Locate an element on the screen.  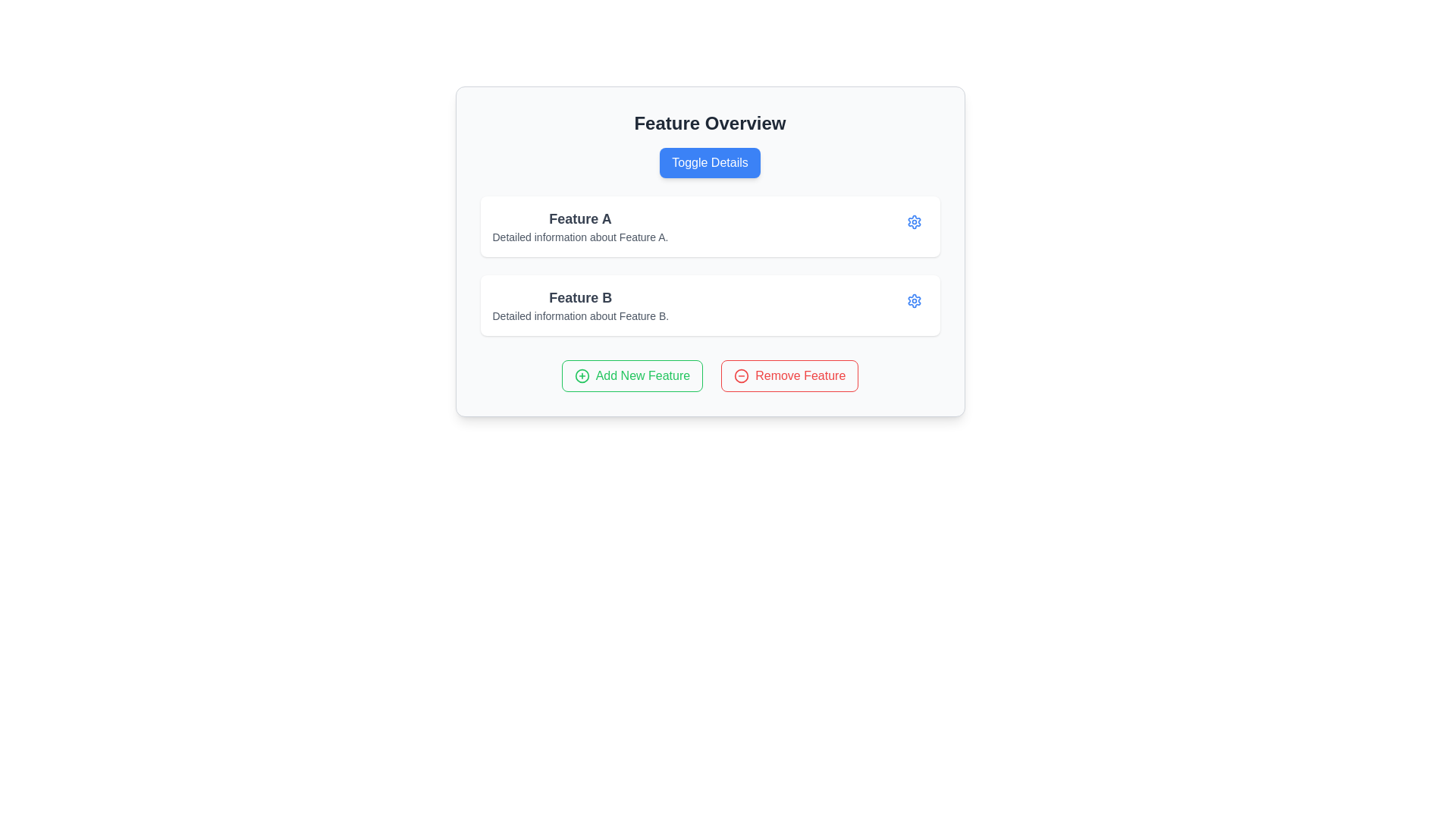
the solid circular icon within the larger SVG component that represents a sub-component of the SVG is located at coordinates (742, 375).